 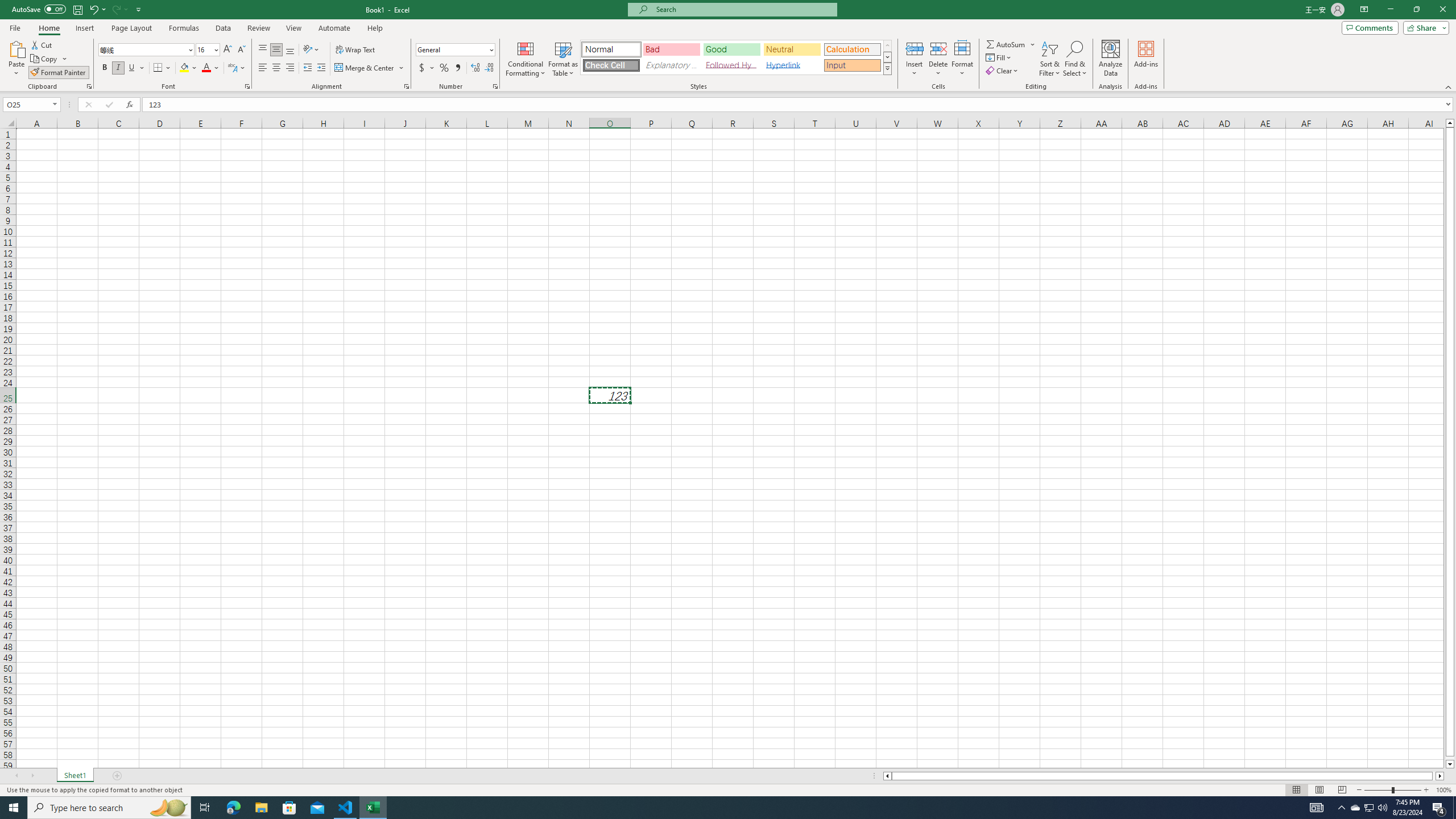 What do you see at coordinates (365, 67) in the screenshot?
I see `'Merge & Center'` at bounding box center [365, 67].